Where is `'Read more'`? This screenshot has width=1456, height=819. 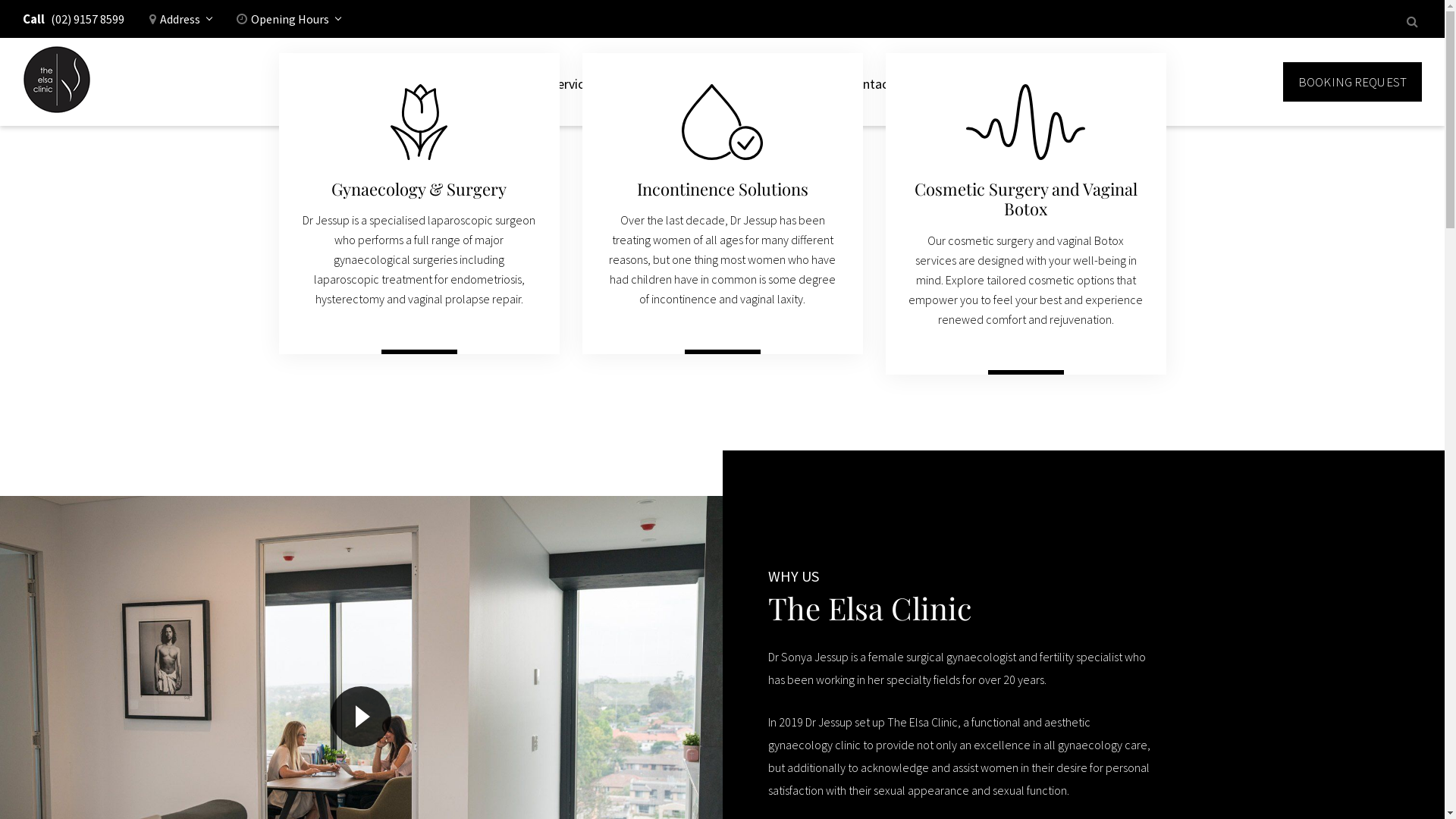 'Read more' is located at coordinates (419, 359).